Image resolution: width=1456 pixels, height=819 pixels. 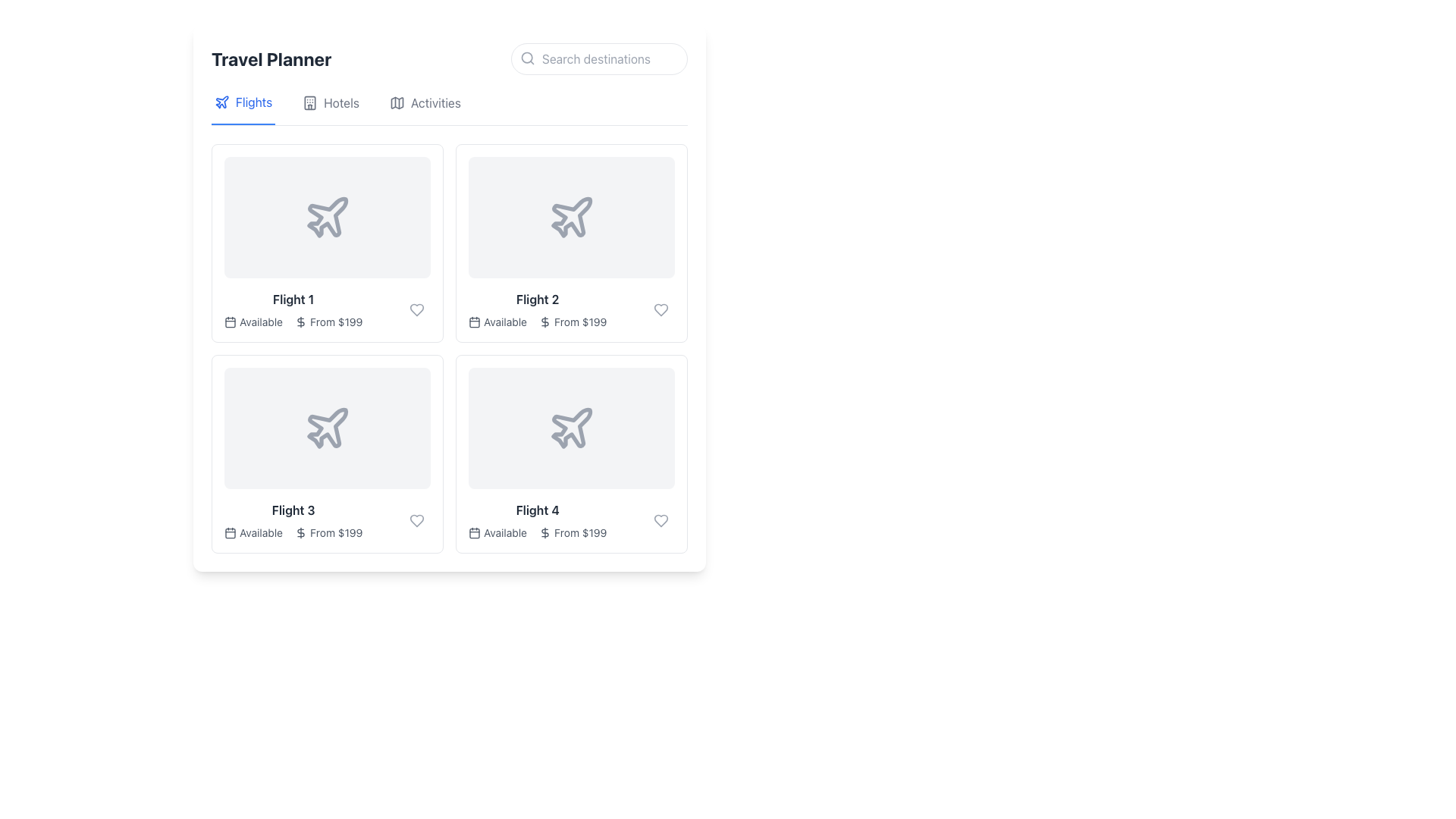 What do you see at coordinates (253, 321) in the screenshot?
I see `the label with the text 'Available' and a calendar icon to its left, located in the details section under 'Flight 1'` at bounding box center [253, 321].